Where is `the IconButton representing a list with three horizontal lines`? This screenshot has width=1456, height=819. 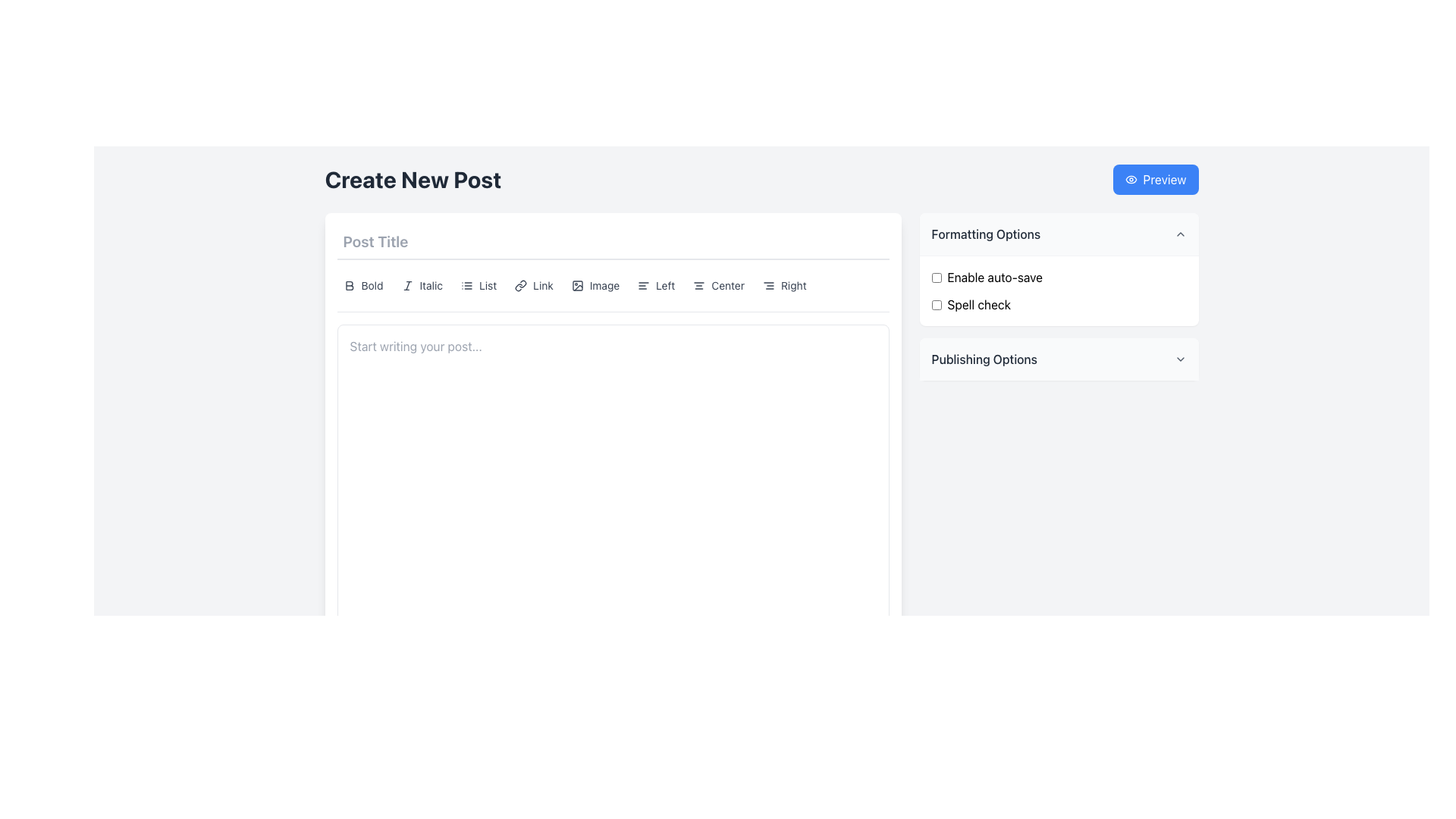
the IconButton representing a list with three horizontal lines is located at coordinates (466, 286).